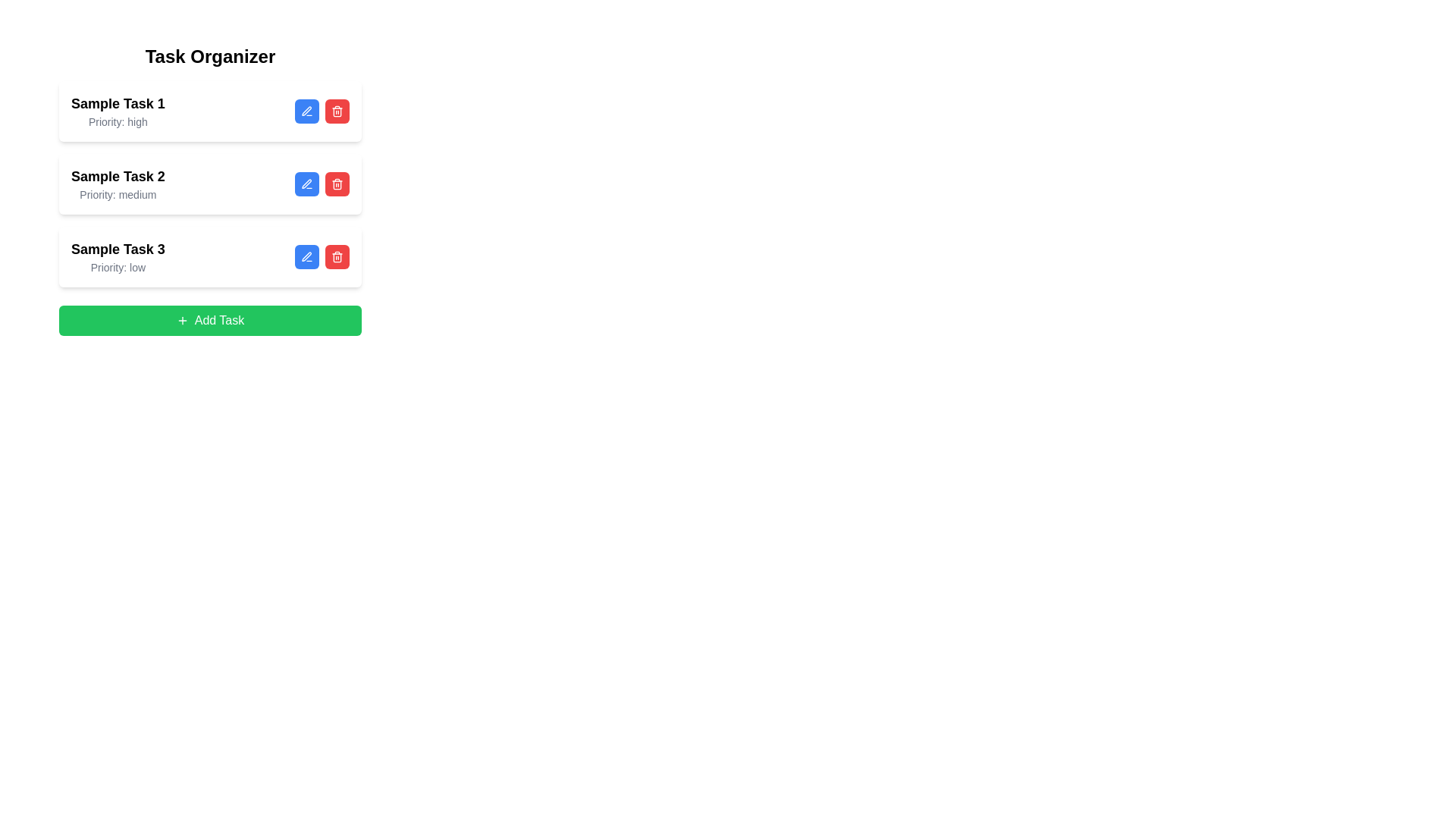 The width and height of the screenshot is (1456, 819). What do you see at coordinates (322, 256) in the screenshot?
I see `the delete button located at the bottom right of the 'Sample Task 3' card's interface within the 'Task Organizer' layout` at bounding box center [322, 256].